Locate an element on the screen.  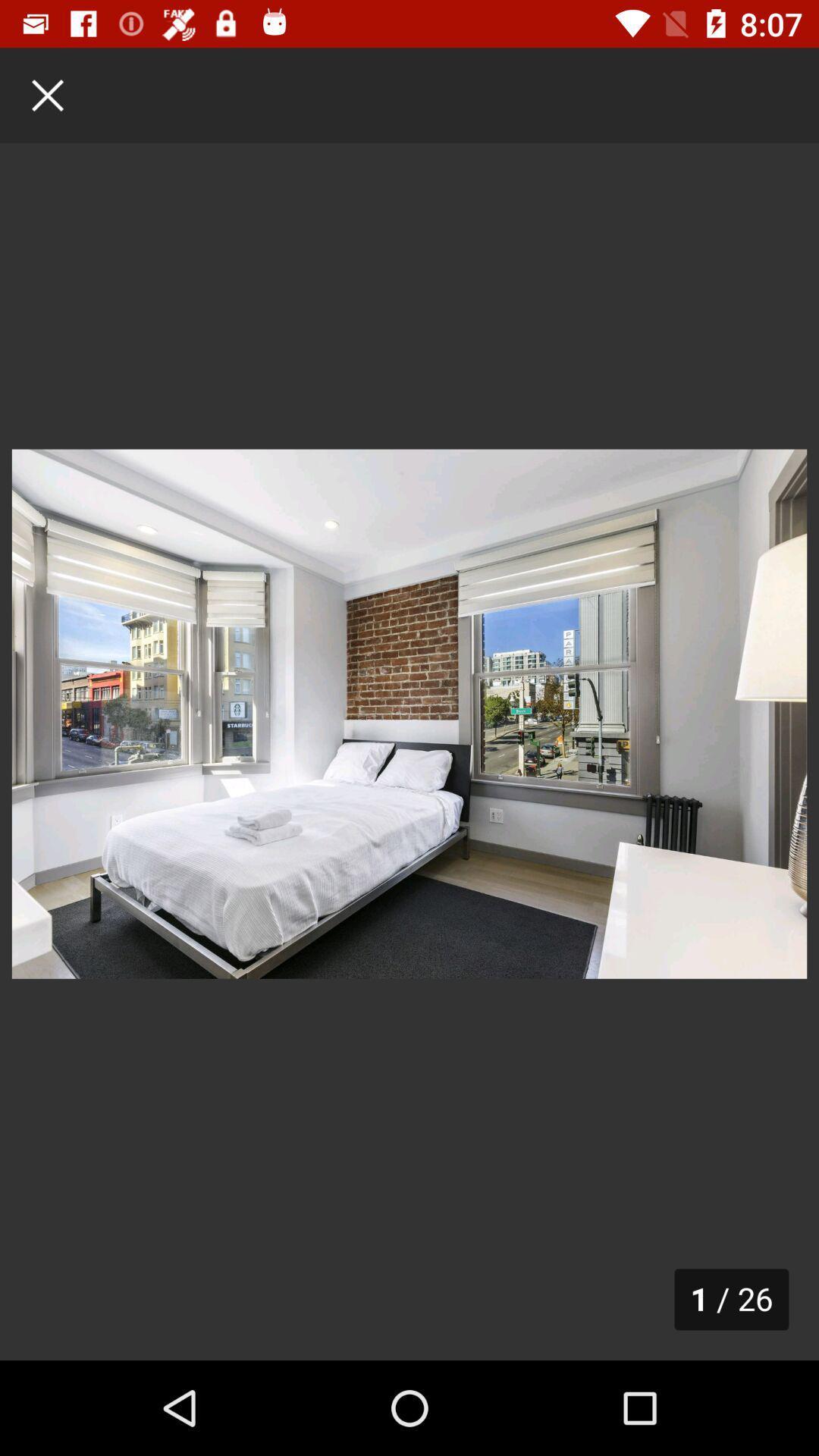
the close icon is located at coordinates (46, 94).